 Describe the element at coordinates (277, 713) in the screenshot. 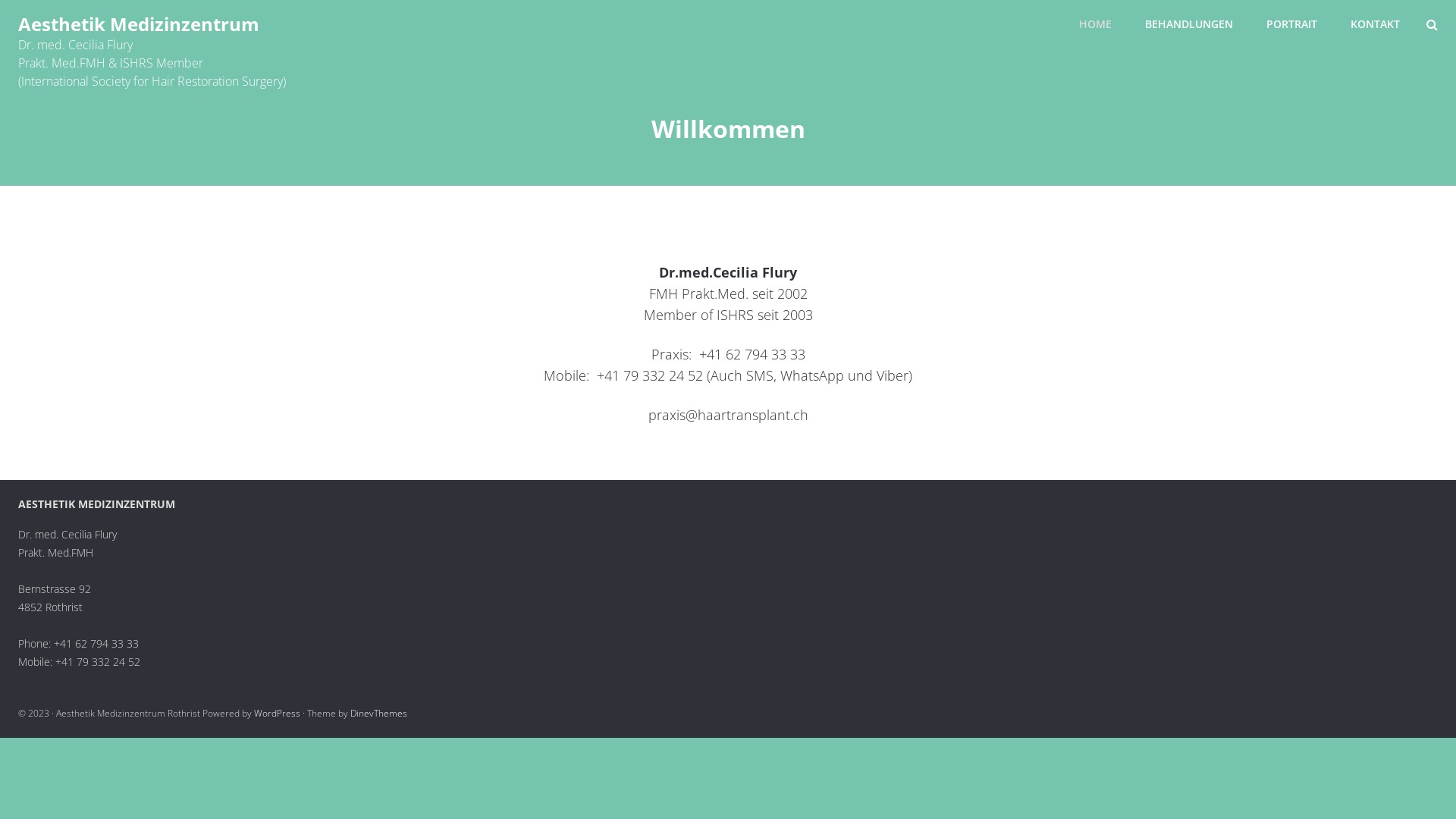

I see `'WordPress'` at that location.